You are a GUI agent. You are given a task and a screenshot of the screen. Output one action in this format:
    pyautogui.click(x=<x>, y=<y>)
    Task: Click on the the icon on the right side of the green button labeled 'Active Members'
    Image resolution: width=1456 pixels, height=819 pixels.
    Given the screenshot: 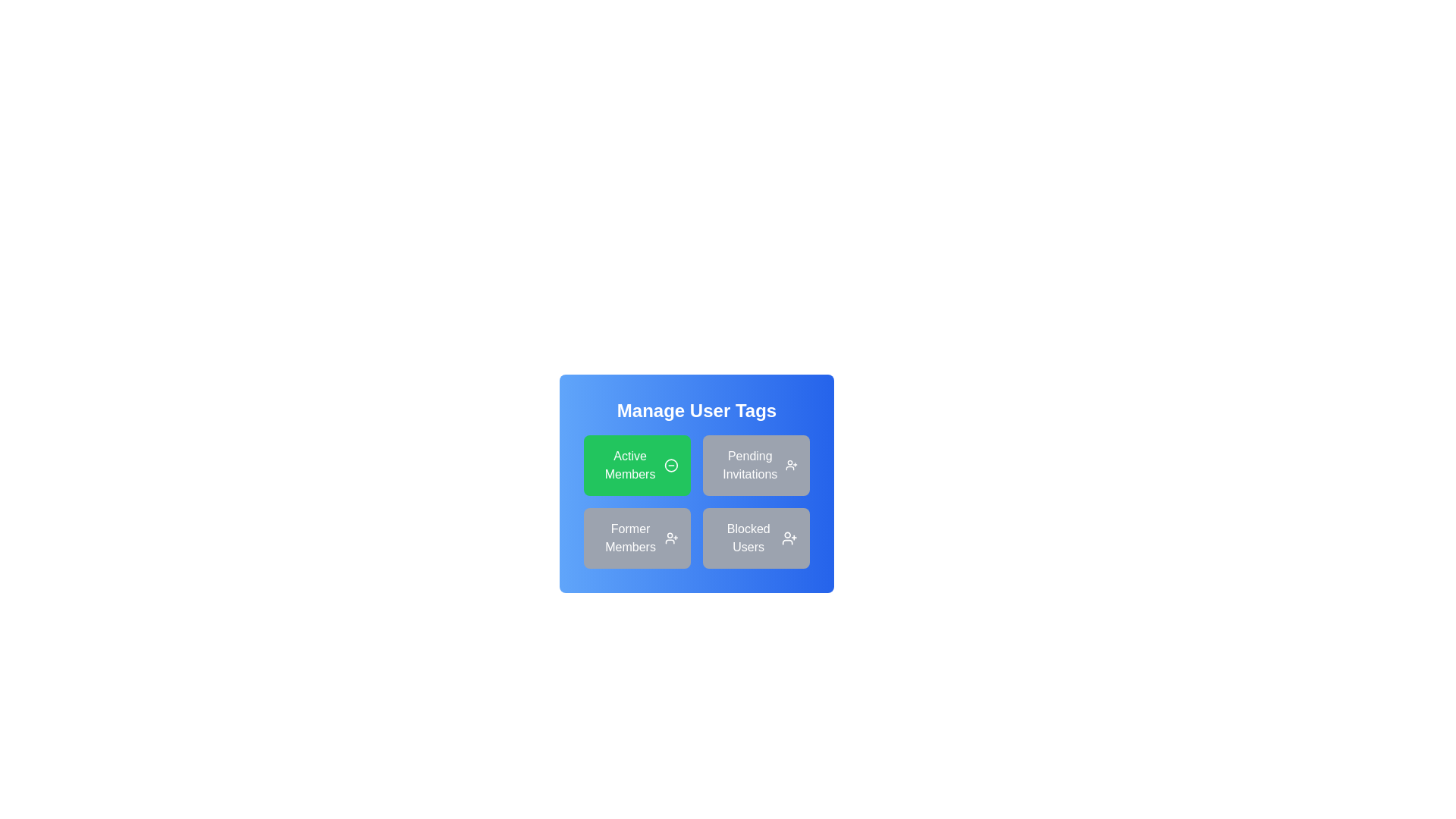 What is the action you would take?
    pyautogui.click(x=670, y=464)
    